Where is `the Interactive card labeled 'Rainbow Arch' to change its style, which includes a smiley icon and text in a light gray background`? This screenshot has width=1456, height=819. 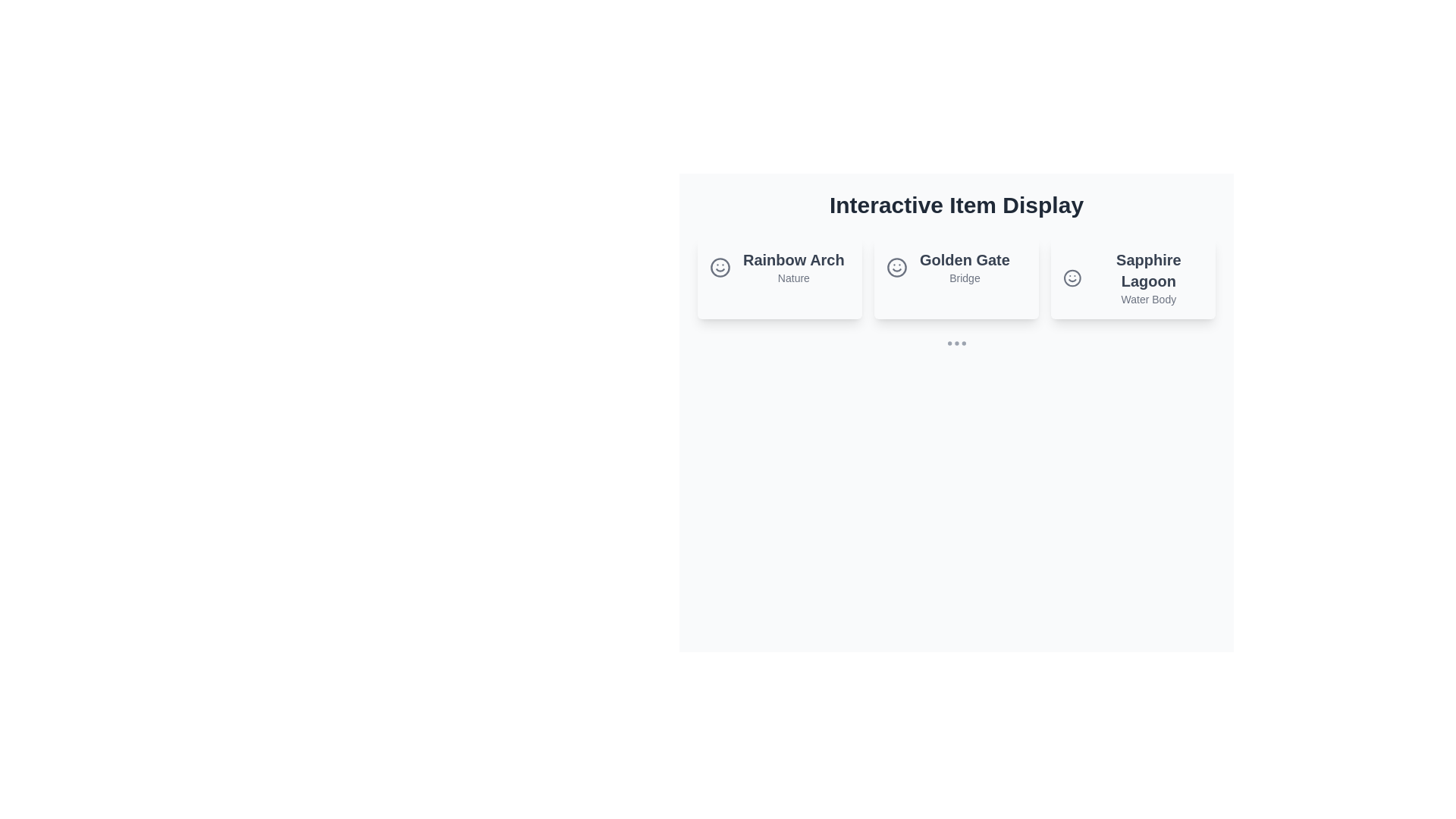 the Interactive card labeled 'Rainbow Arch' to change its style, which includes a smiley icon and text in a light gray background is located at coordinates (777, 267).